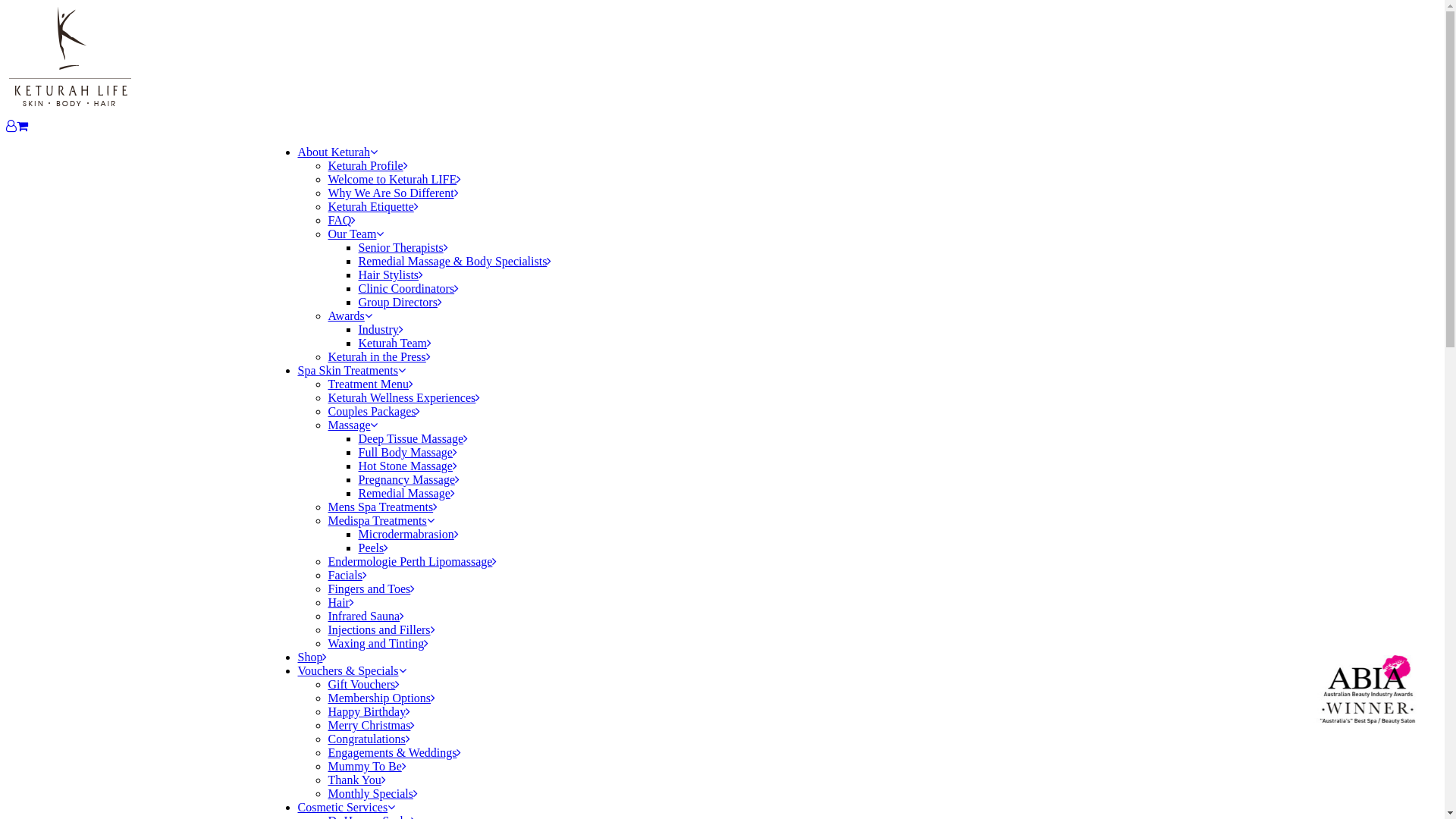 The height and width of the screenshot is (819, 1456). I want to click on 'Group Directors', so click(400, 302).